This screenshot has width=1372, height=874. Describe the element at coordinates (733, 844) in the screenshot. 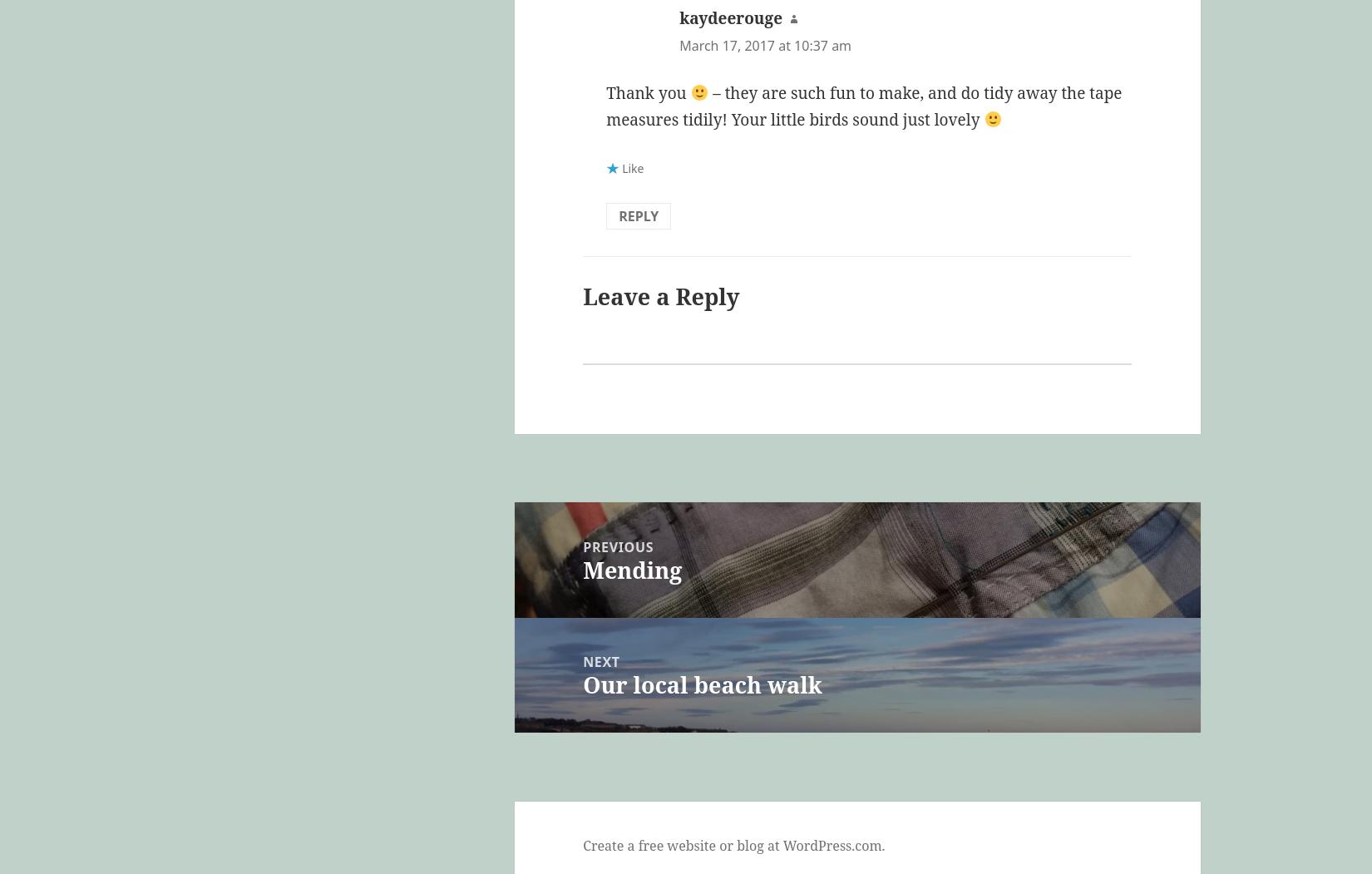

I see `'Create a free website or blog at WordPress.com.'` at that location.